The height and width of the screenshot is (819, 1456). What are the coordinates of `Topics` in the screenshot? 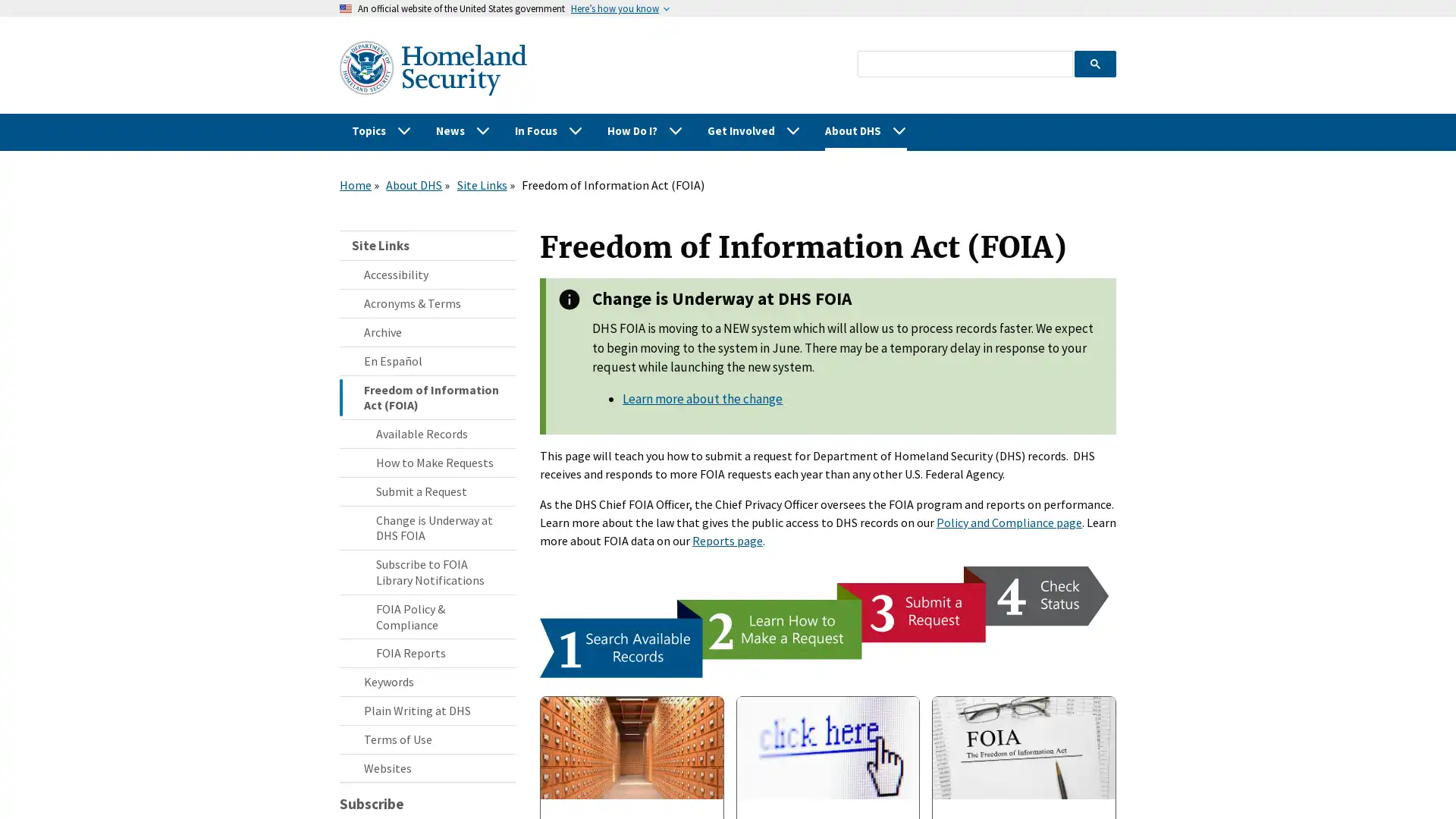 It's located at (381, 130).